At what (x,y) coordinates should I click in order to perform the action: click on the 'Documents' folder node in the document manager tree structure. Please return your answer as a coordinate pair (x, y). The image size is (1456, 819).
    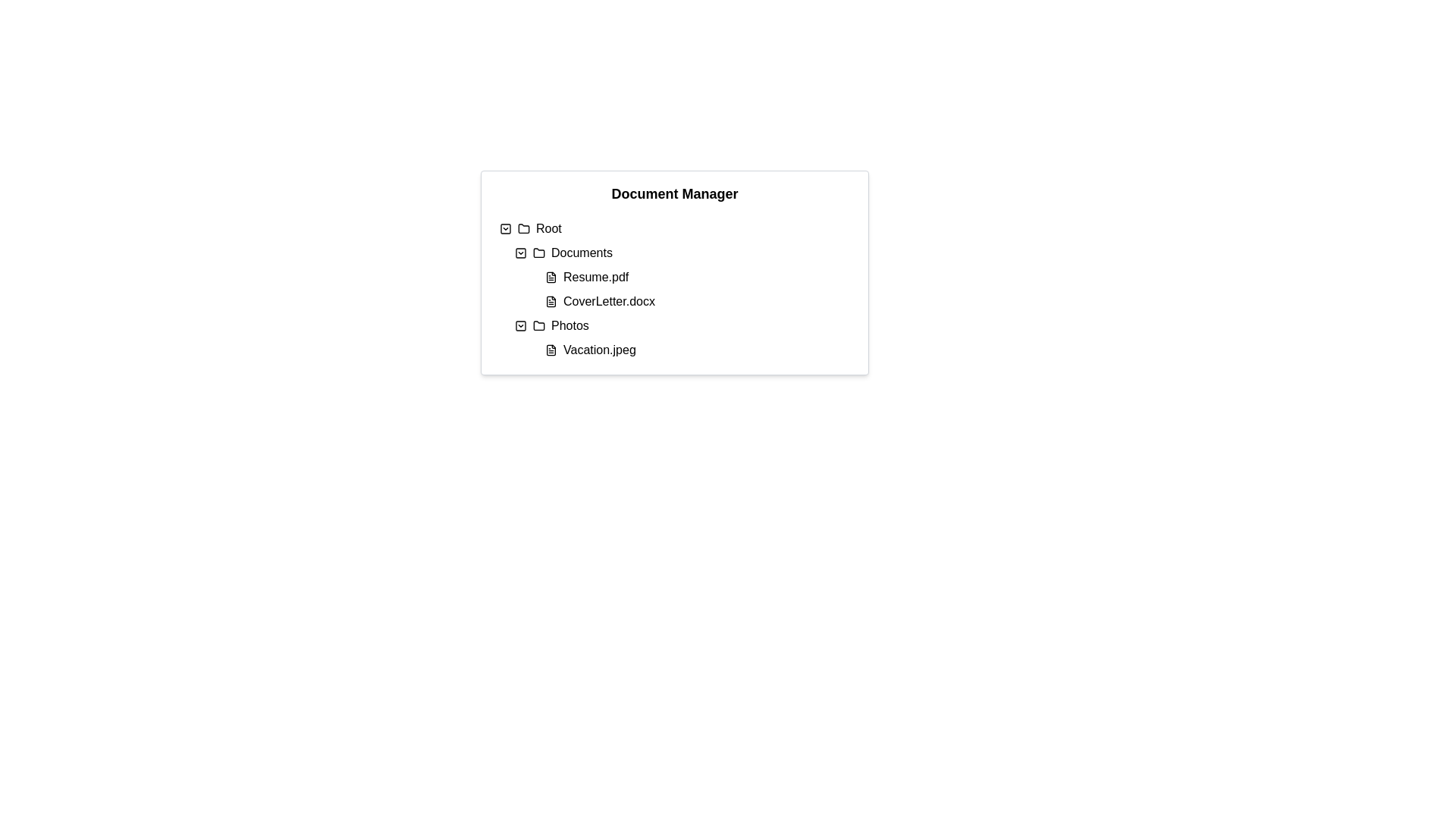
    Looking at the image, I should click on (682, 253).